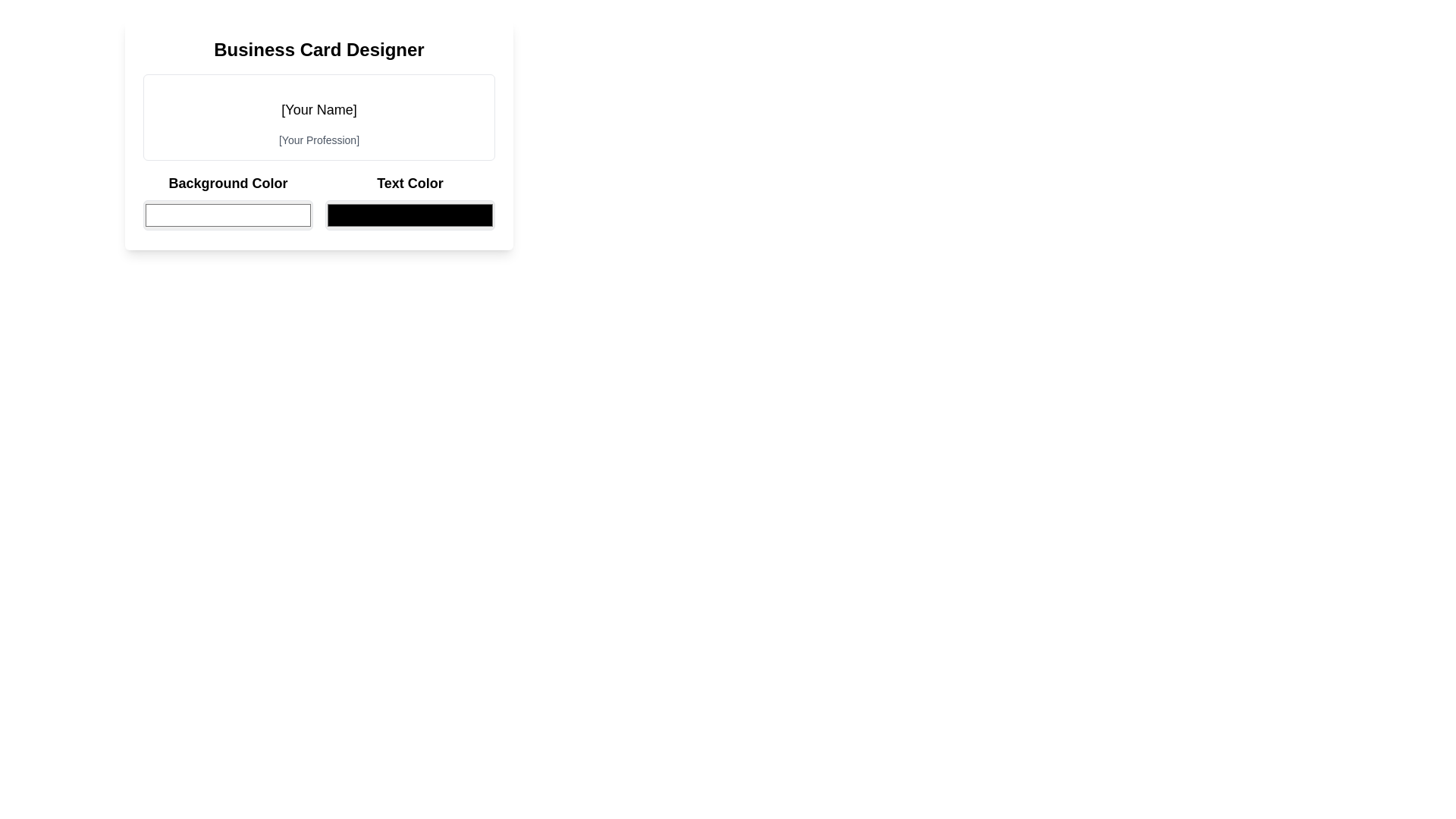 Image resolution: width=1456 pixels, height=819 pixels. Describe the element at coordinates (318, 49) in the screenshot. I see `header text element displaying 'Business Card Designer' located at the top of the card-like section` at that location.